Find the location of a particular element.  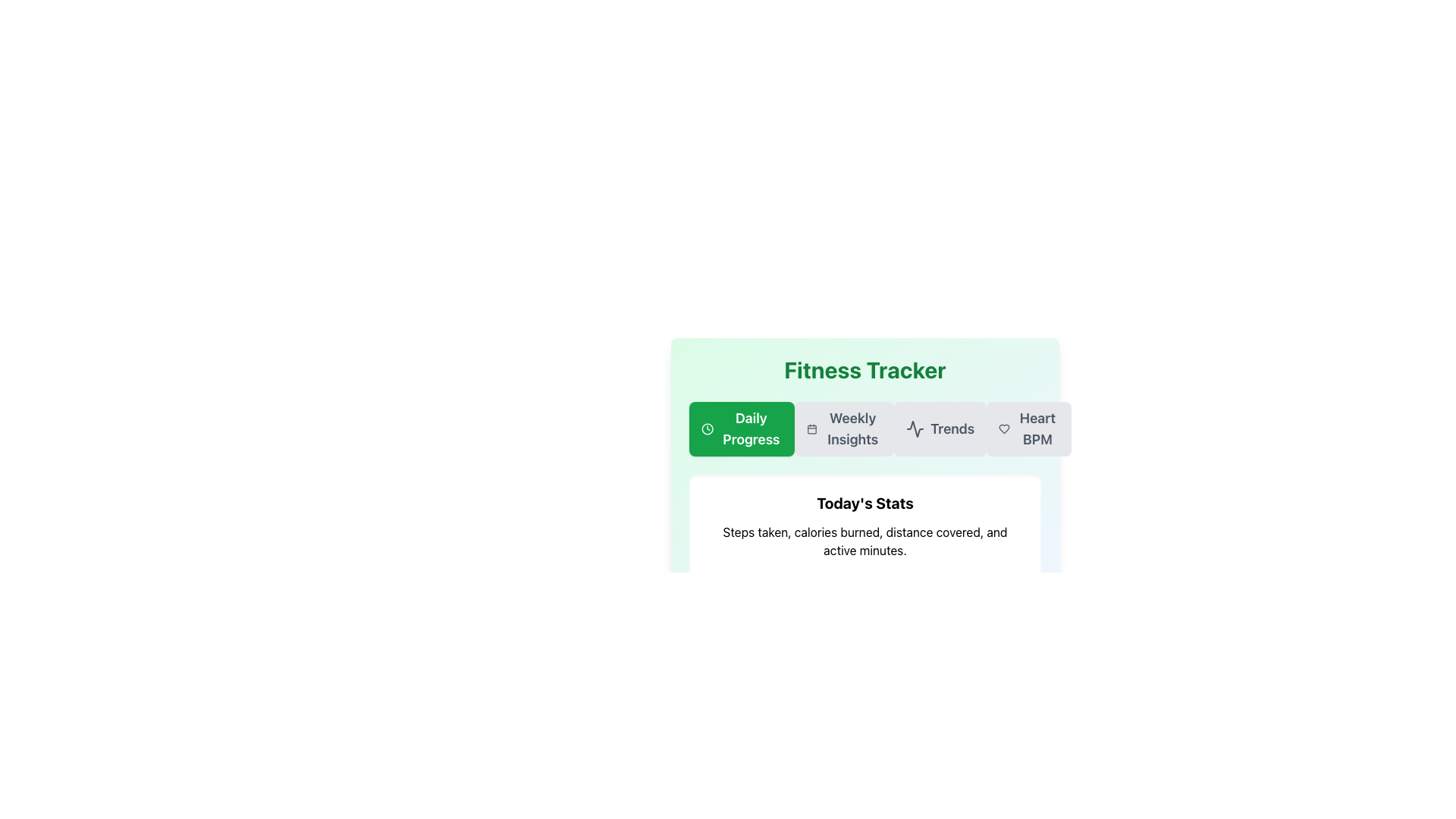

the clock icon positioned to the left of the 'Daily Progress' green button is located at coordinates (707, 429).